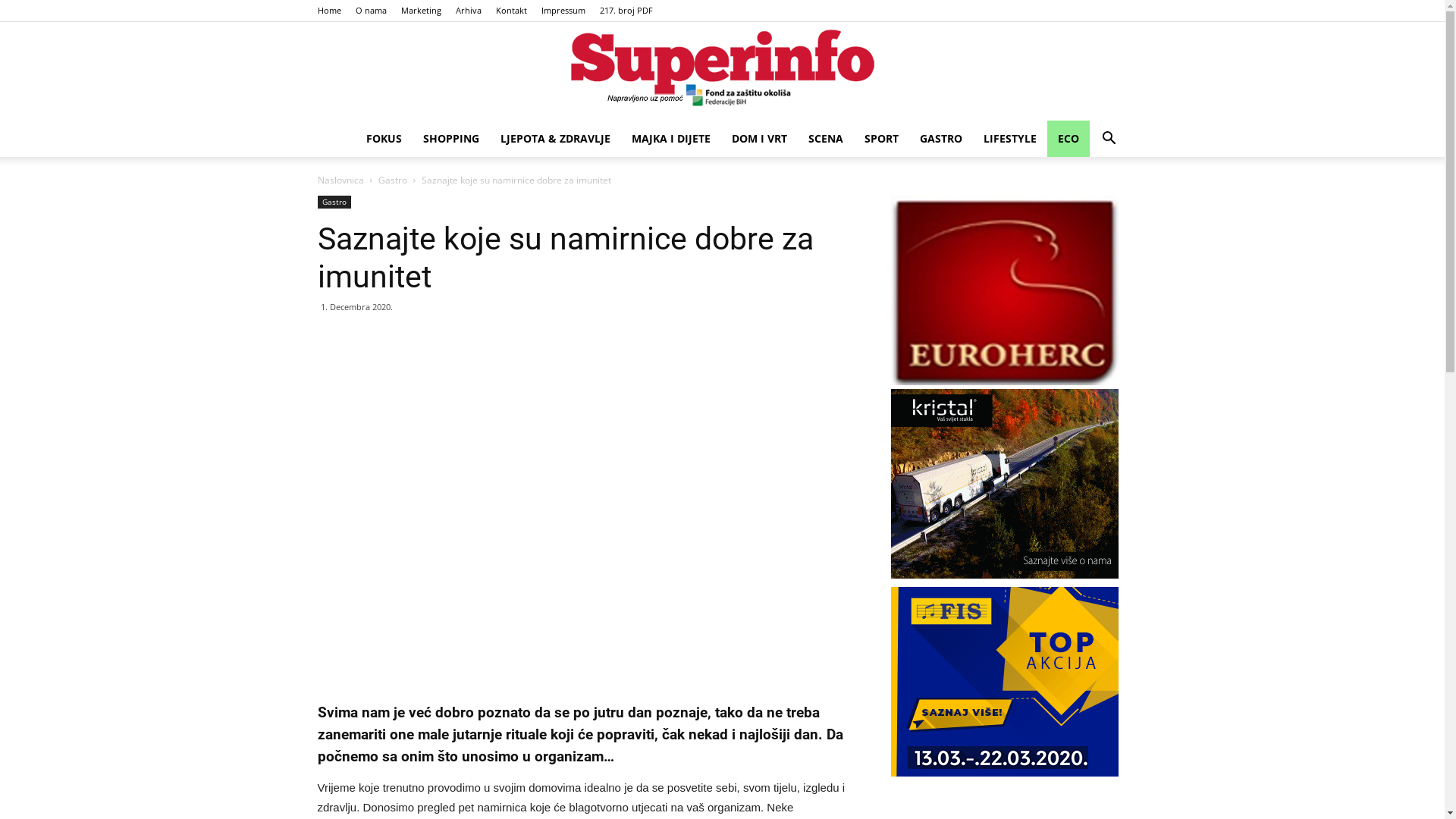 This screenshot has width=1456, height=819. I want to click on 'Naslovnica', so click(339, 179).